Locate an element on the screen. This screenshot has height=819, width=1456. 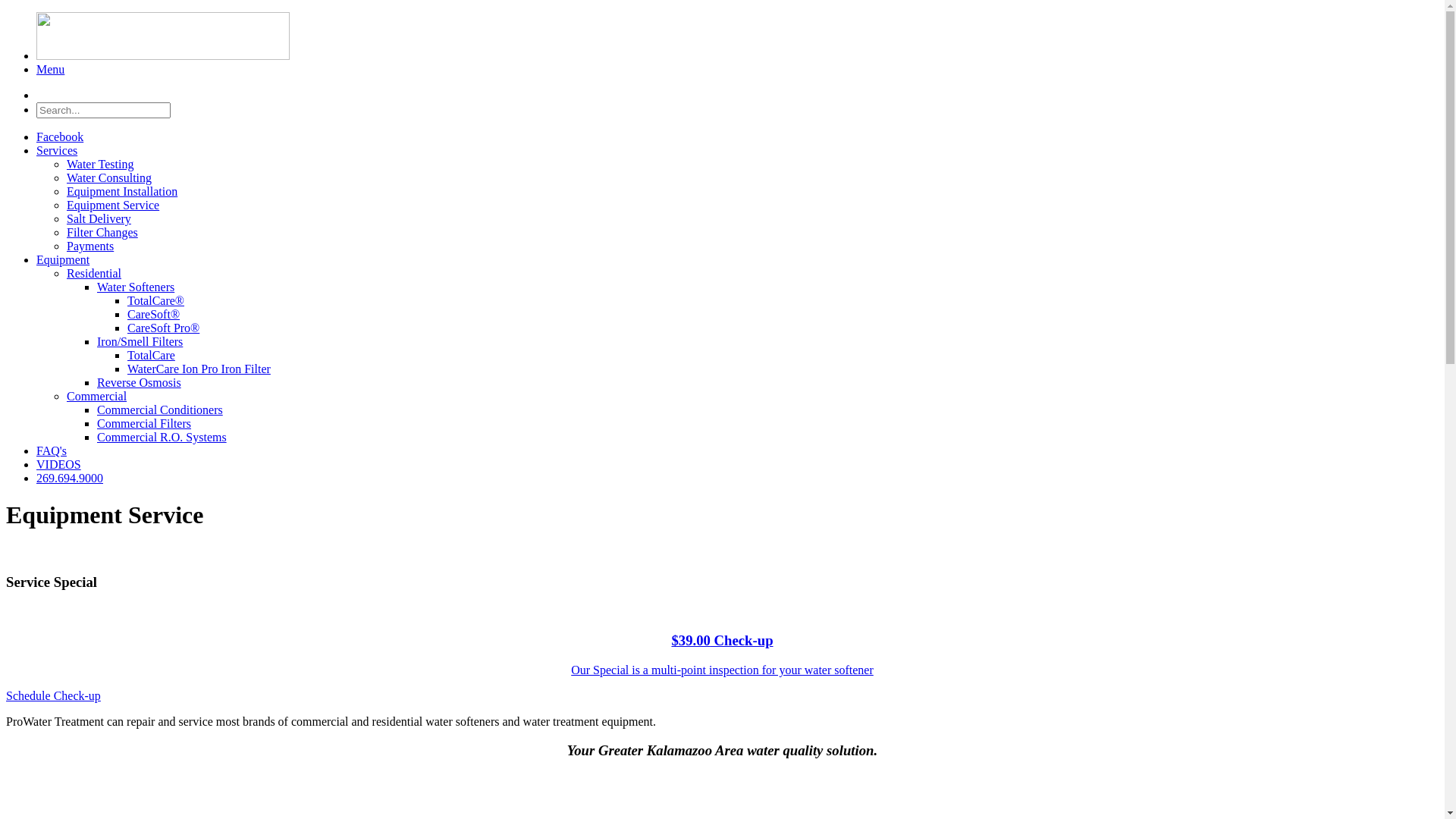
'FAQ's' is located at coordinates (51, 450).